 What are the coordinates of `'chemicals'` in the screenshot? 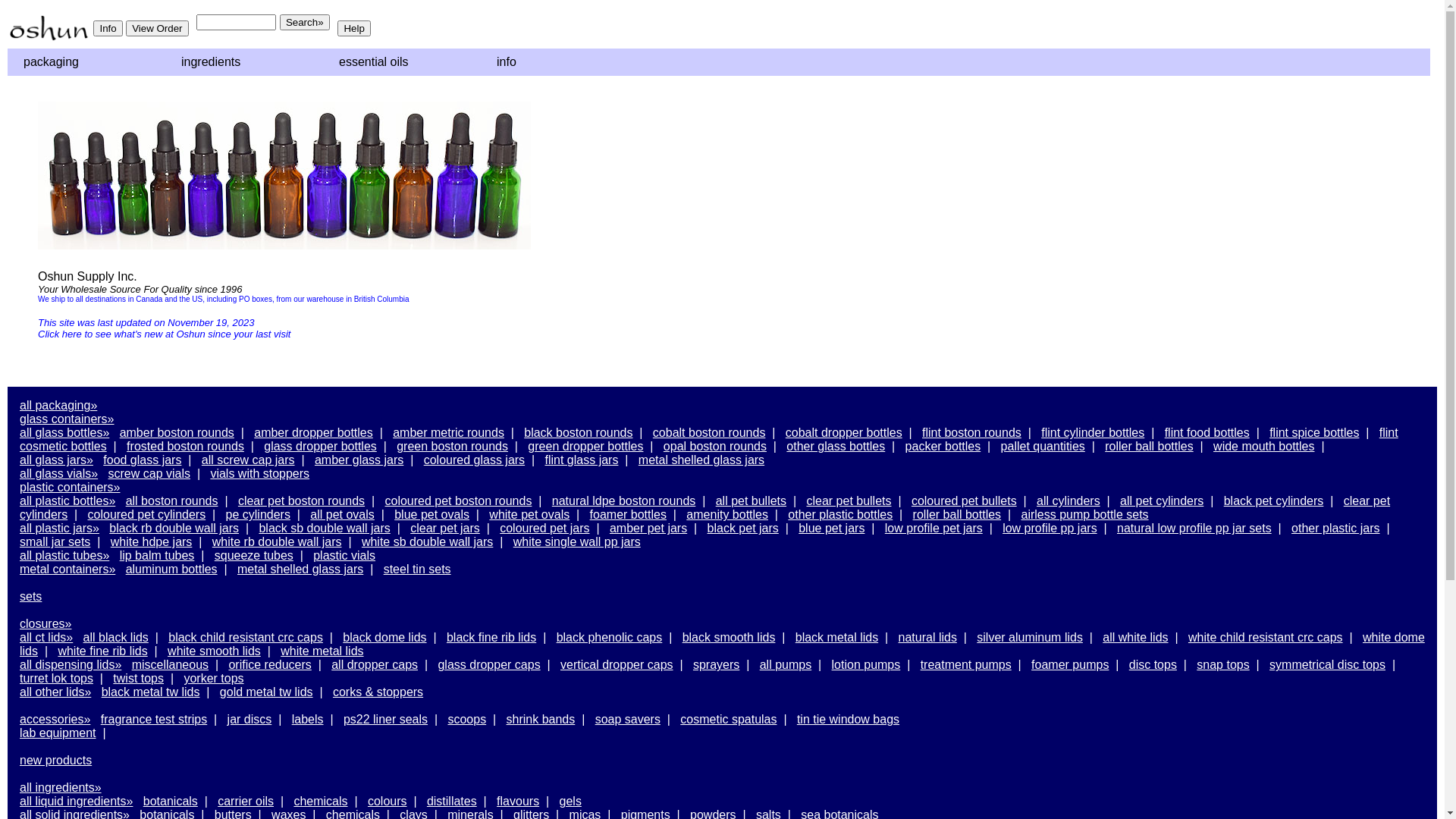 It's located at (319, 800).